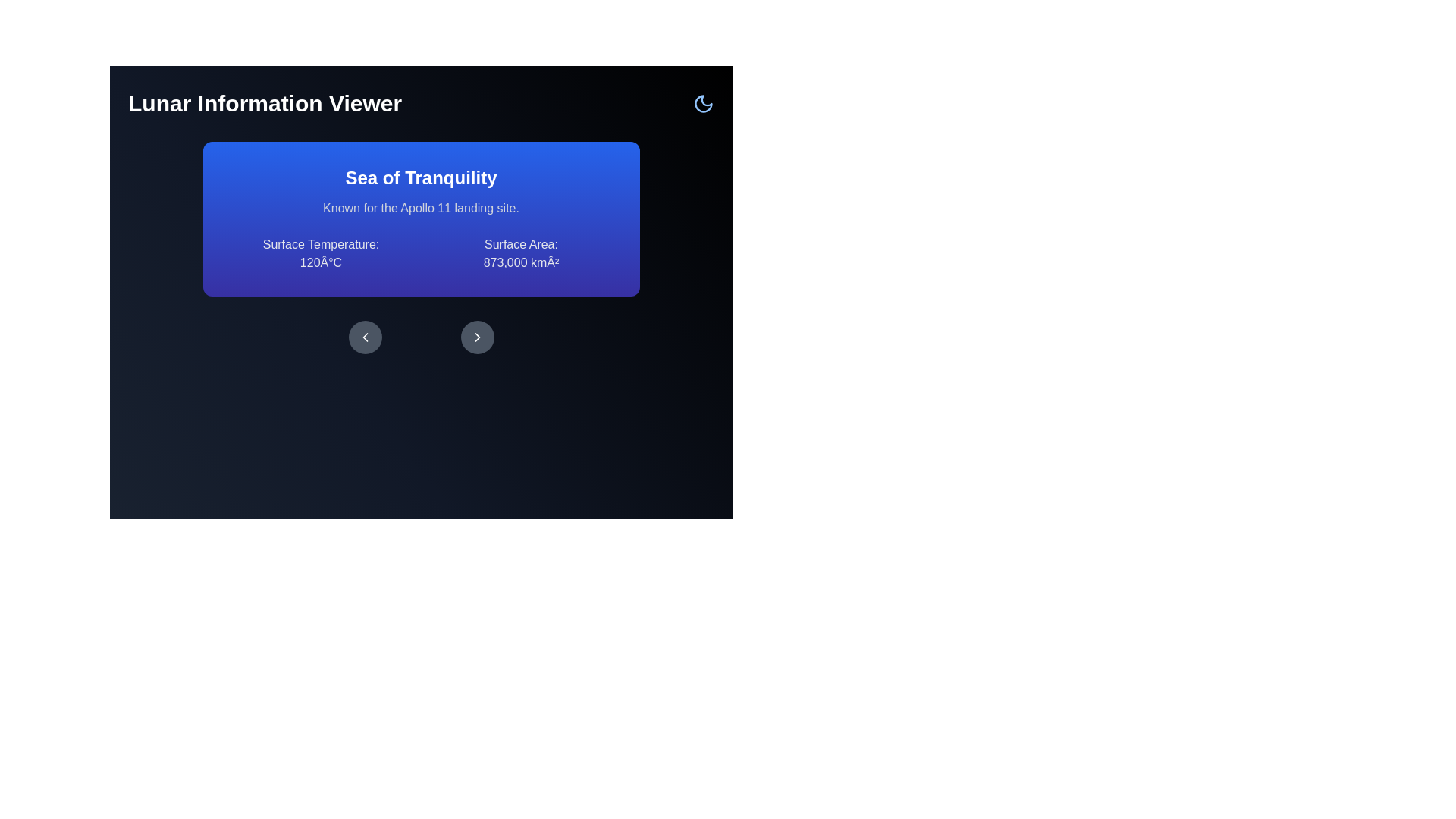 The image size is (1456, 819). Describe the element at coordinates (476, 336) in the screenshot. I see `the circular button with a gray background and a white right-pointing chevron icon located at the bottom right of the blue panel` at that location.